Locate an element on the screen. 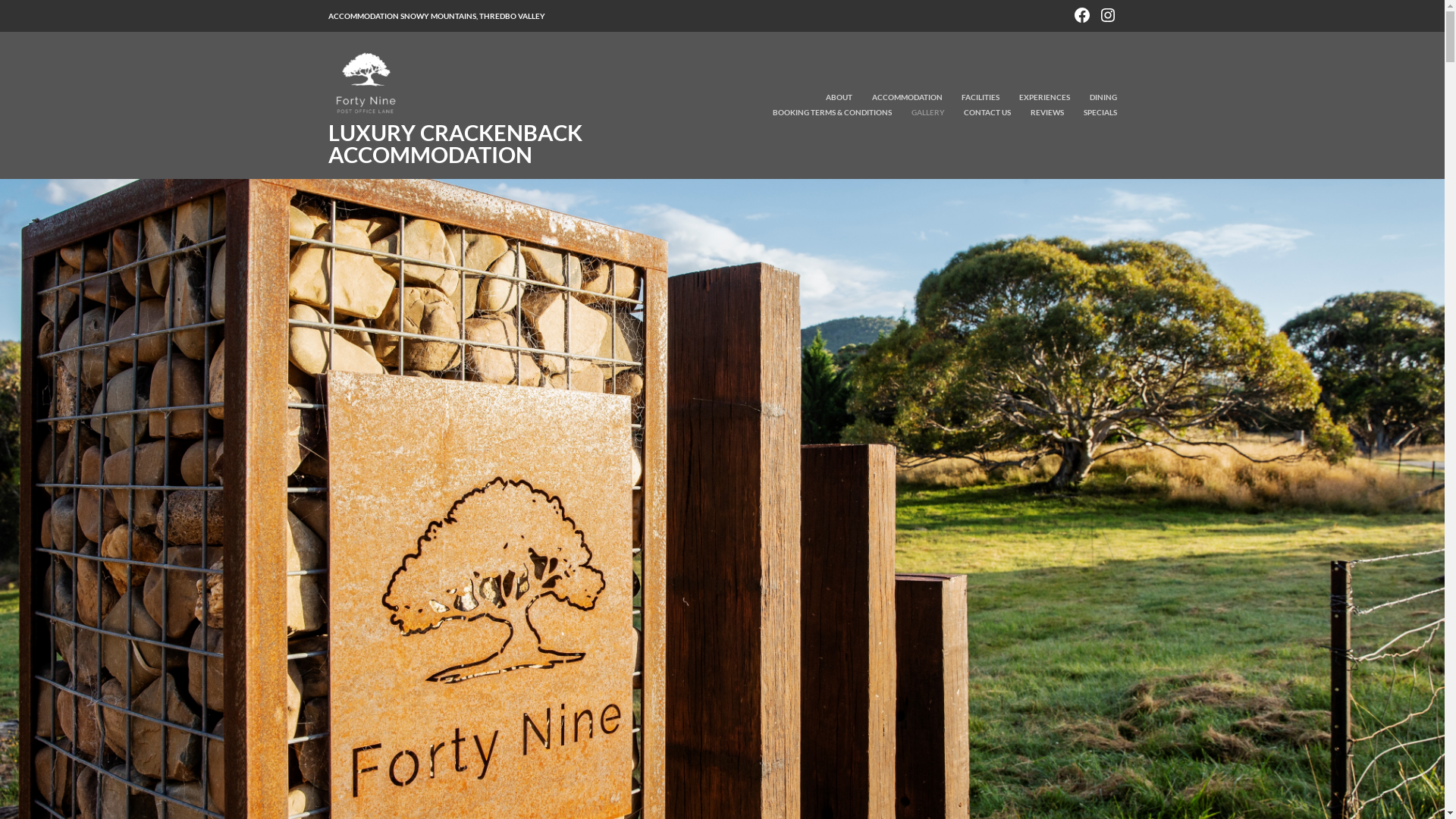 This screenshot has height=819, width=1456. 'INSTAGRAM' is located at coordinates (1106, 14).